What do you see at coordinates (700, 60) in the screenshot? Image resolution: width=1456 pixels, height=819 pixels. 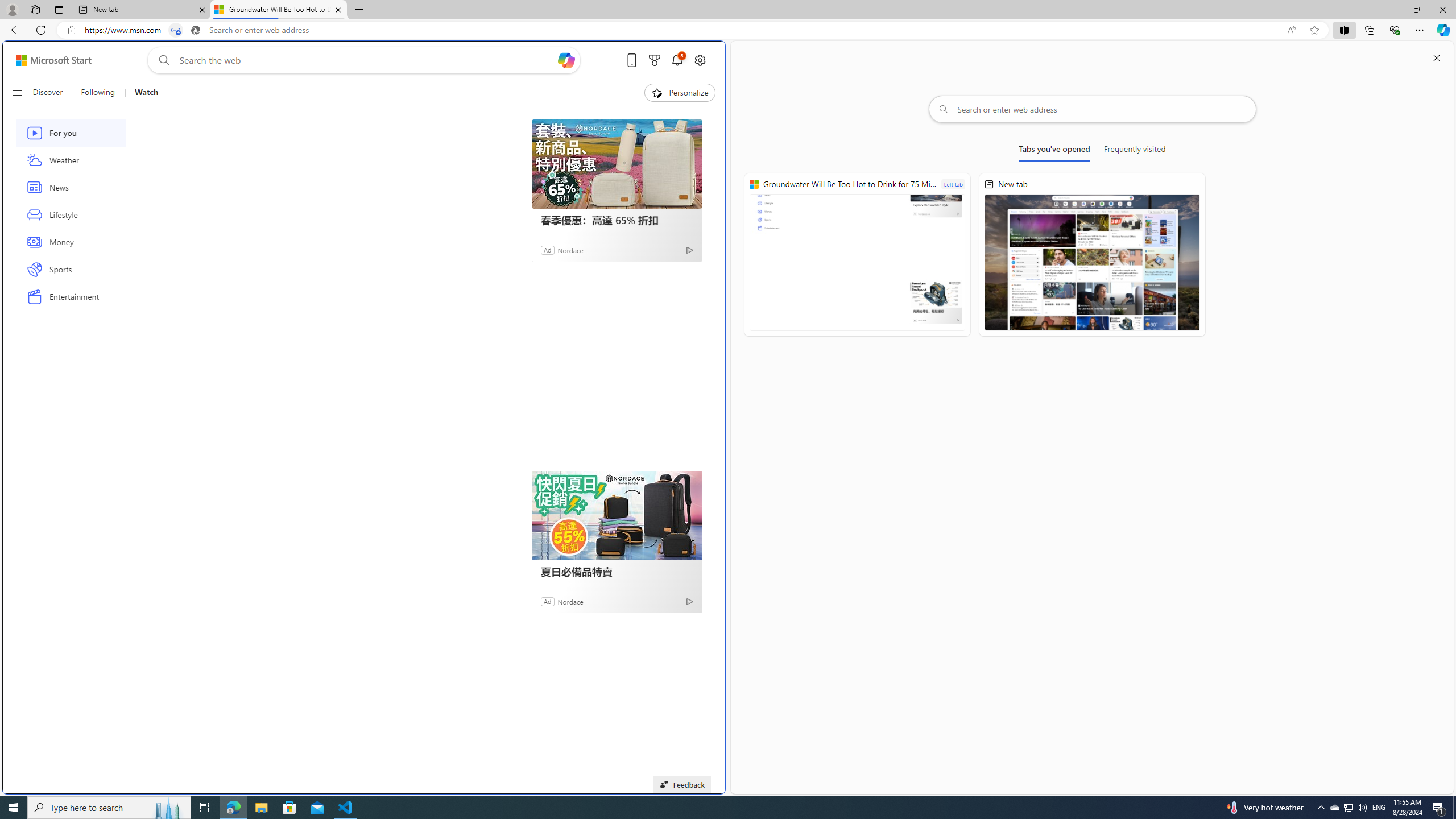 I see `'Open settings'` at bounding box center [700, 60].